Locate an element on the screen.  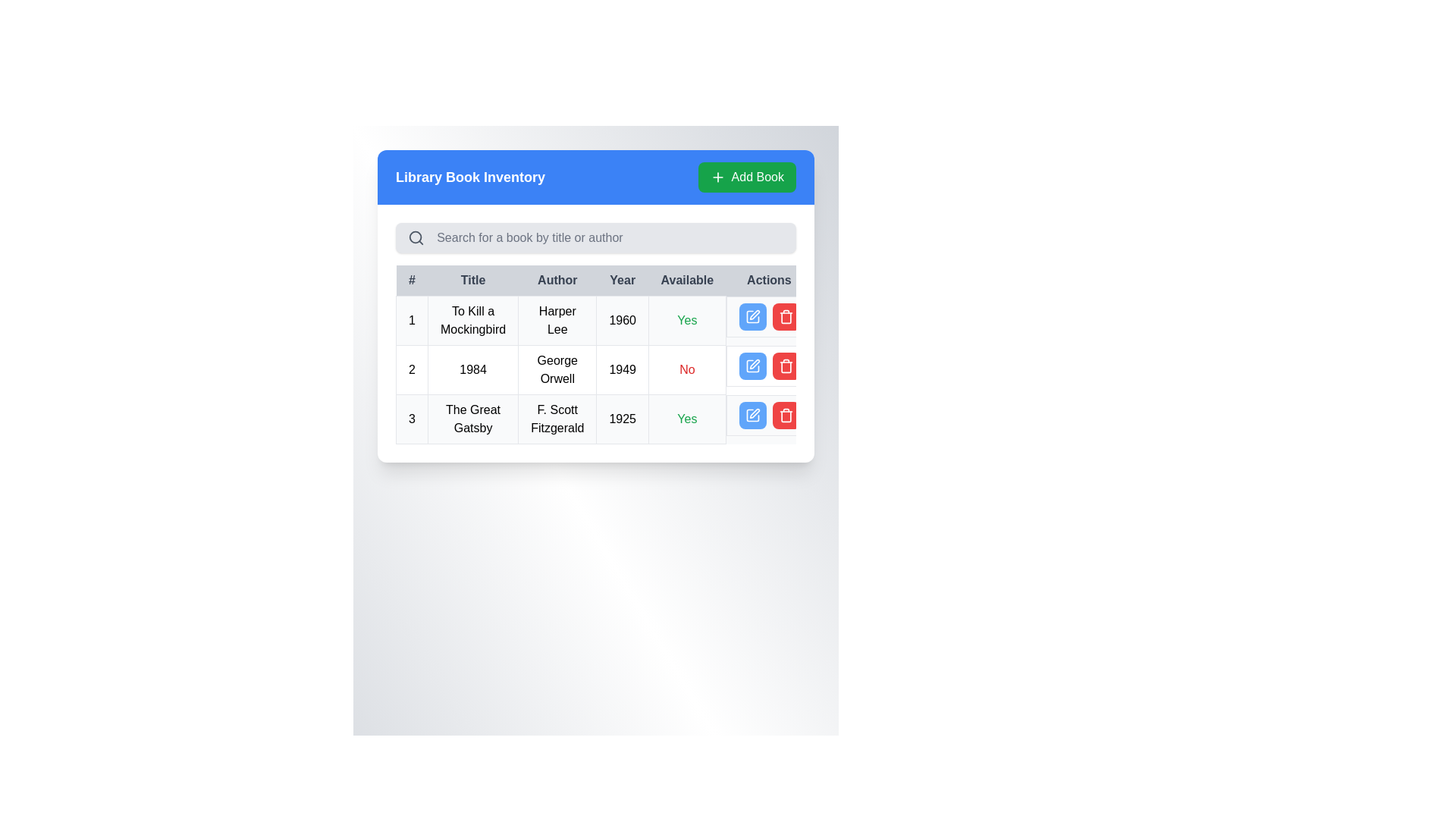
the left edge of the stylized square in the SVG icon located in the 'Actions' column of the third row under 'The Great Gatsby' is located at coordinates (752, 315).